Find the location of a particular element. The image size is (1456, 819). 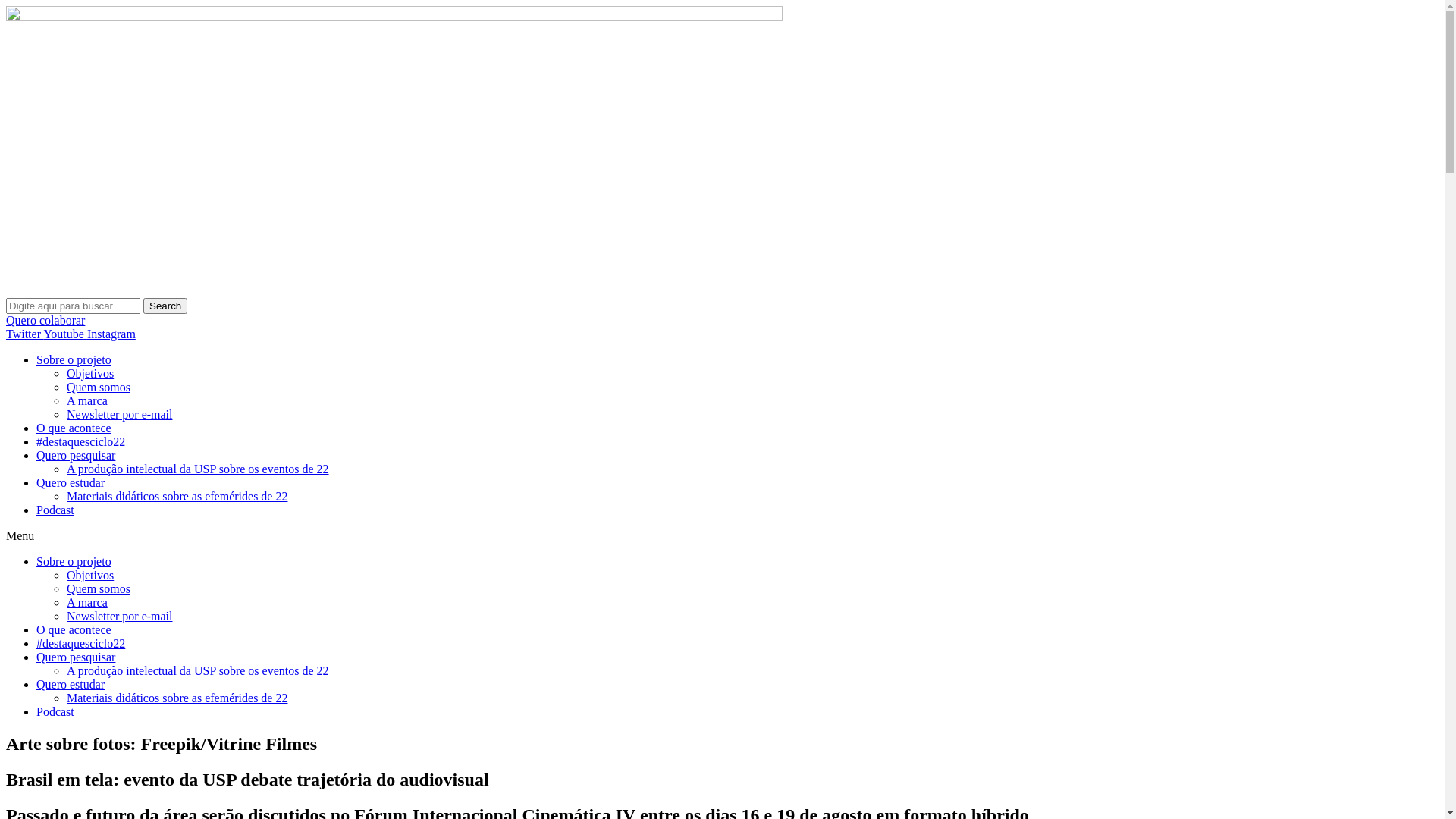

'Search' is located at coordinates (72, 306).